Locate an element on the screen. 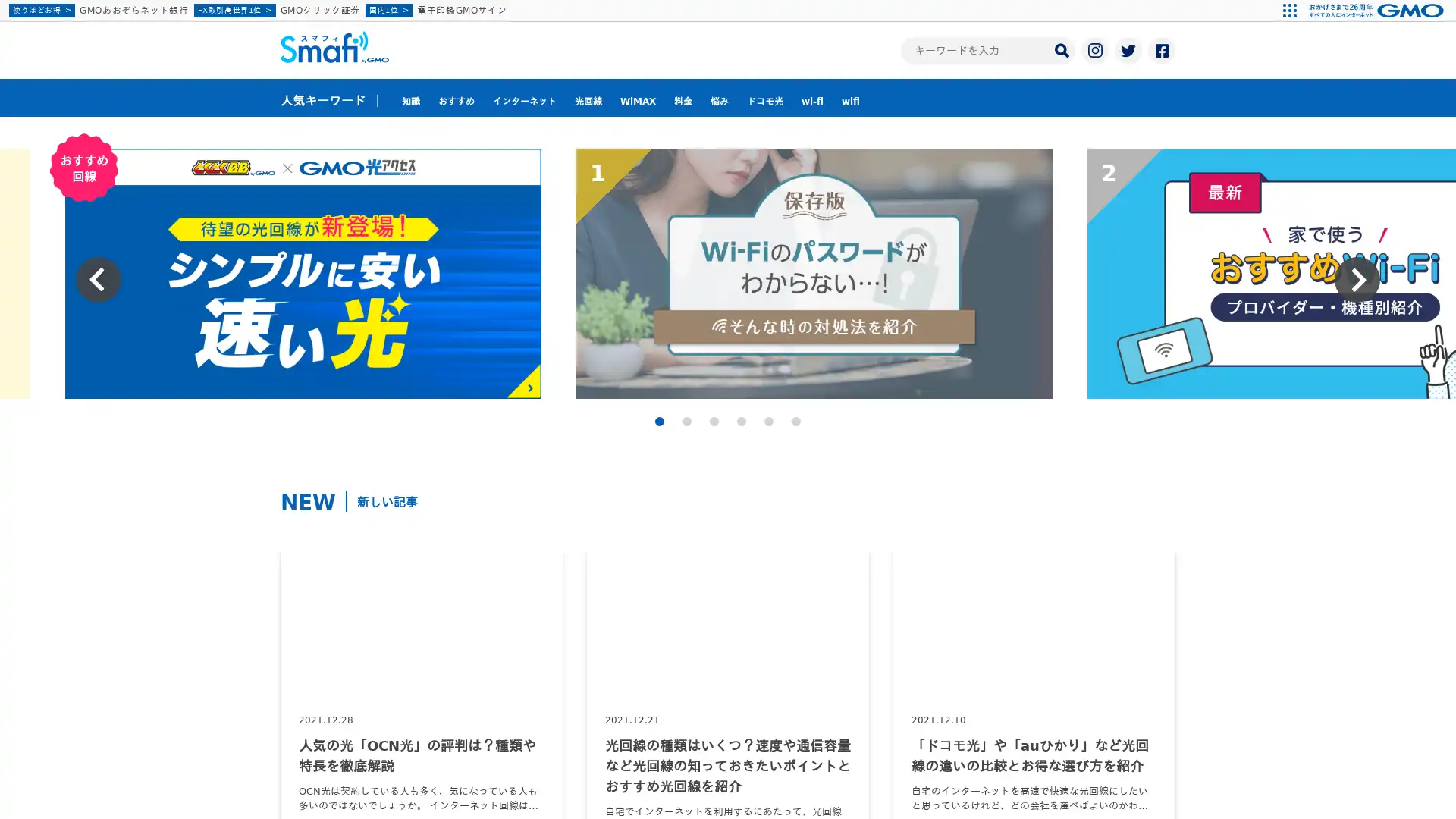 This screenshot has width=1456, height=819. search is located at coordinates (1061, 49).